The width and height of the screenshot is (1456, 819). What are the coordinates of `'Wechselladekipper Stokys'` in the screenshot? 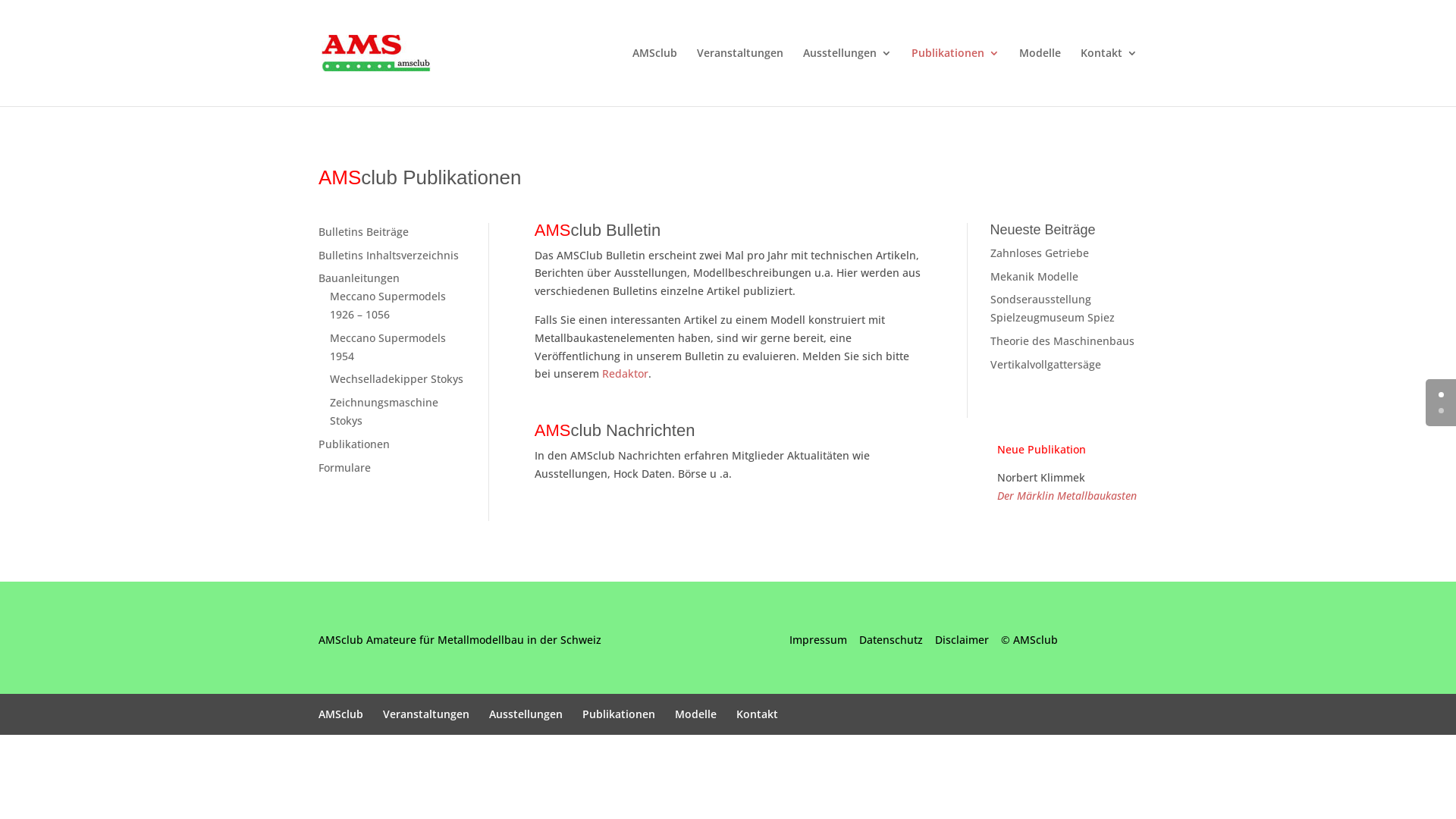 It's located at (329, 378).